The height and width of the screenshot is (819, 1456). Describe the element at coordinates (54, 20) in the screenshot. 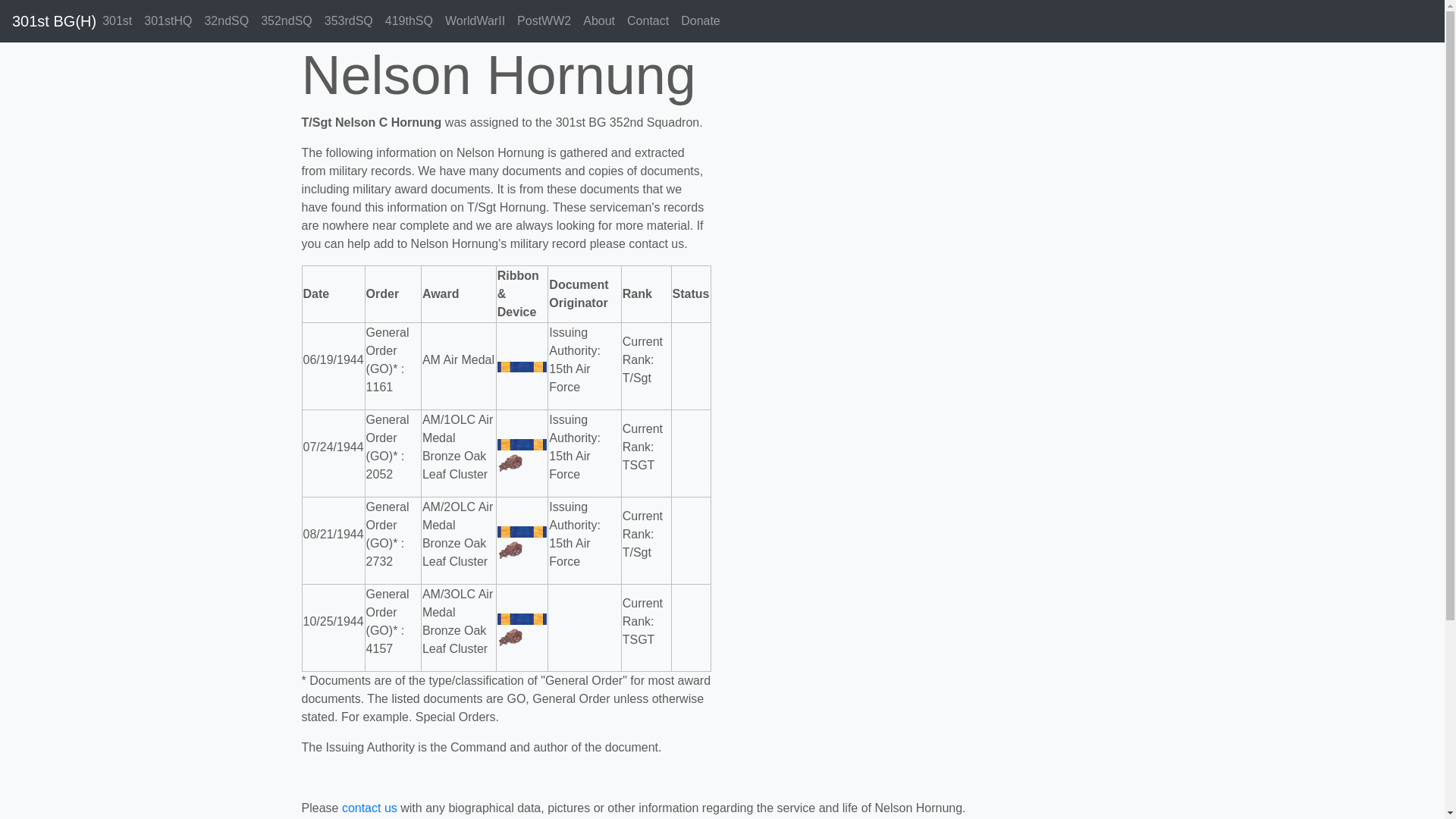

I see `'301st BG(H)'` at that location.